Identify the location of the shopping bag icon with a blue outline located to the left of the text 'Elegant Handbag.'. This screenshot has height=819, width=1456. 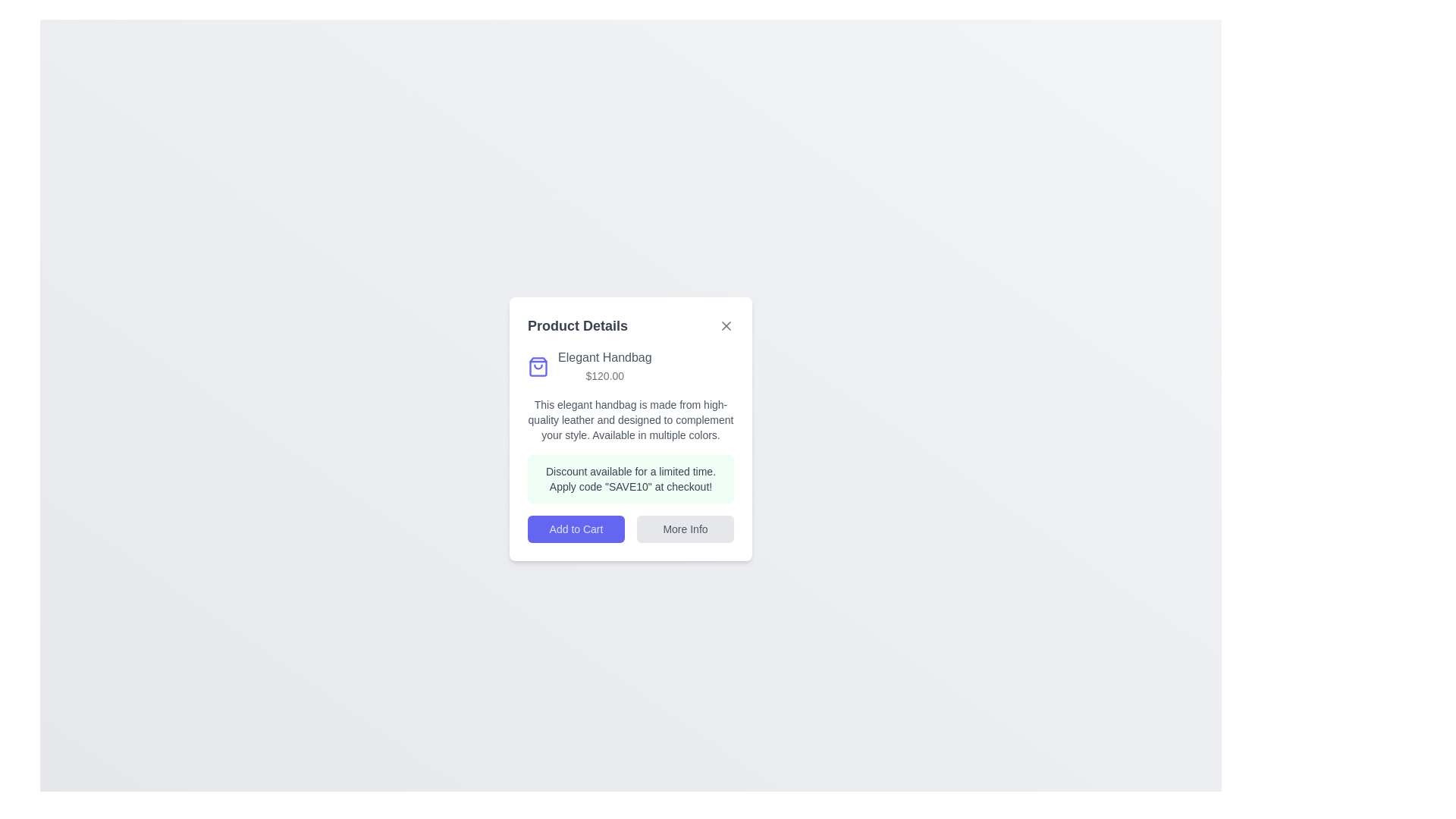
(538, 366).